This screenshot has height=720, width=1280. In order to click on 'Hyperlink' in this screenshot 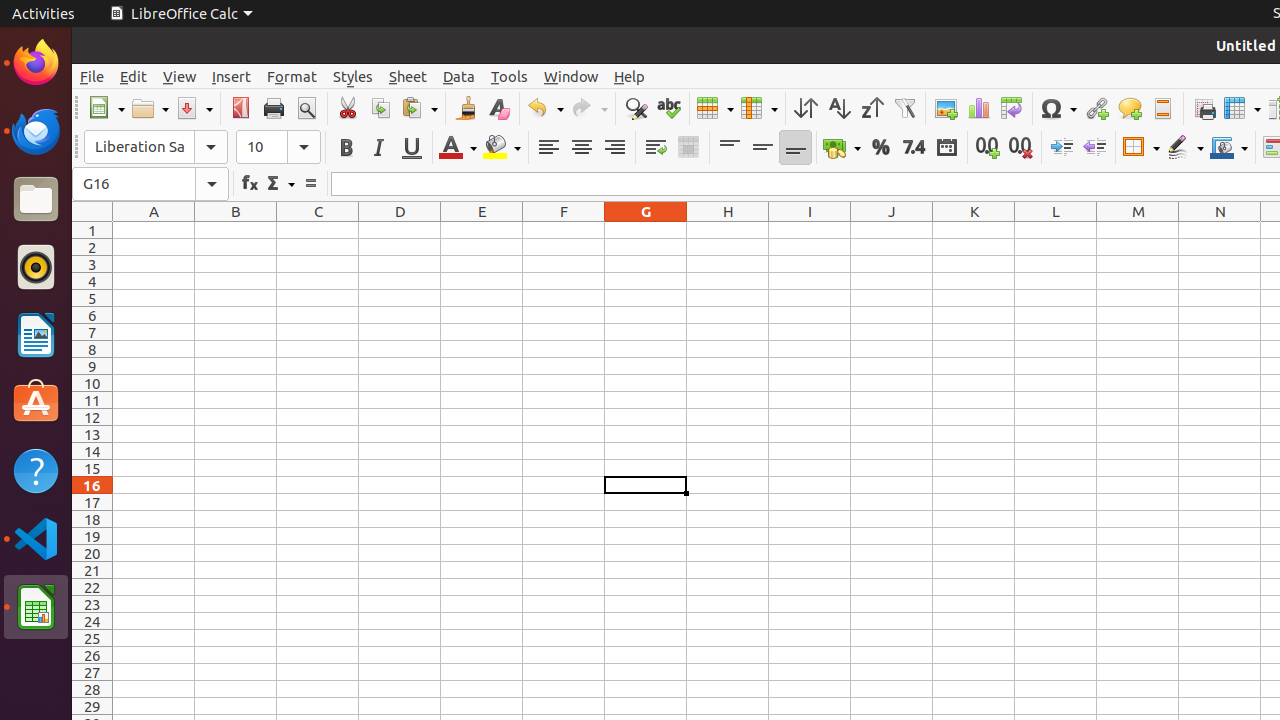, I will do `click(1095, 108)`.